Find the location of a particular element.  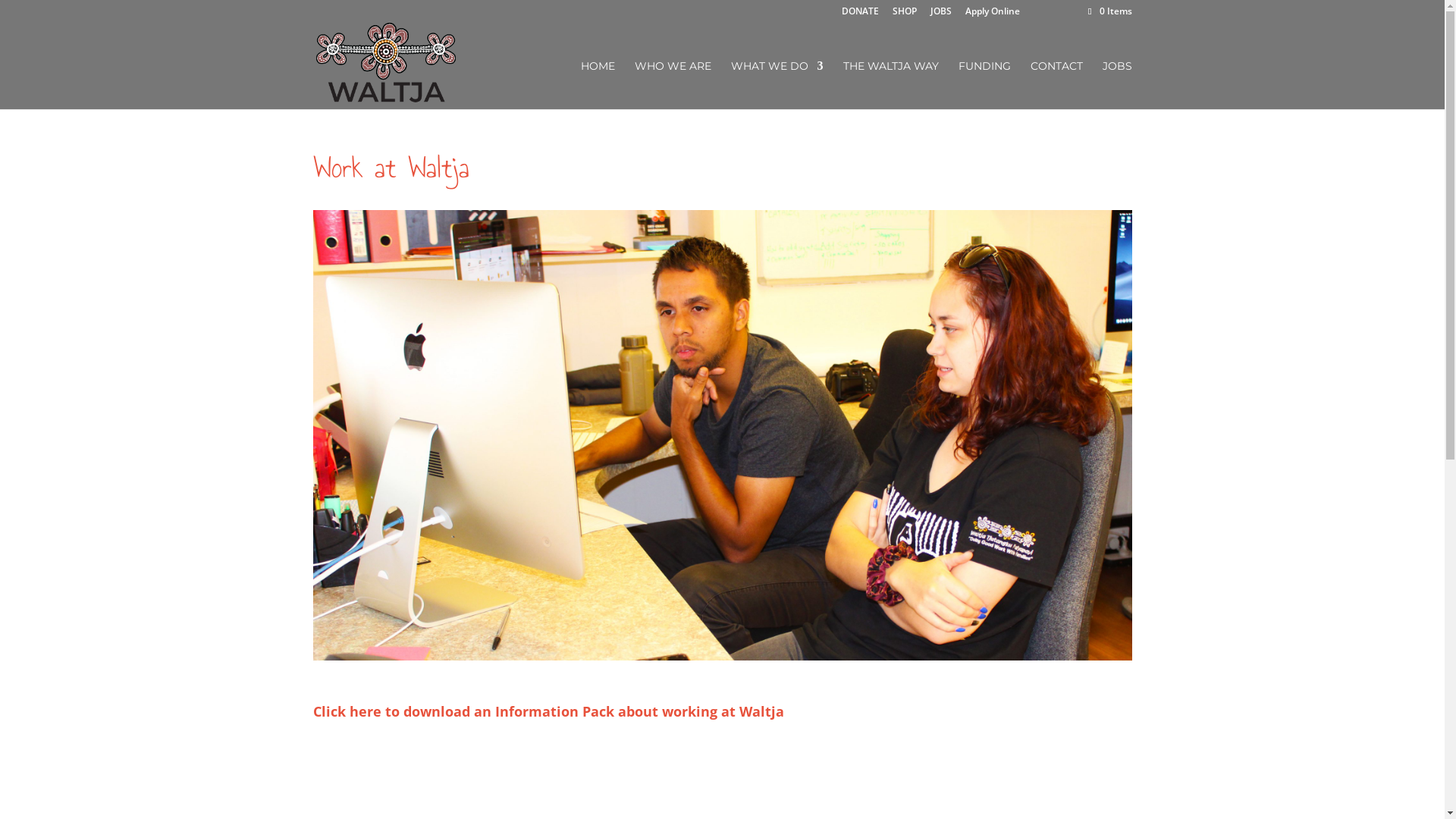

'0 Items' is located at coordinates (1084, 11).